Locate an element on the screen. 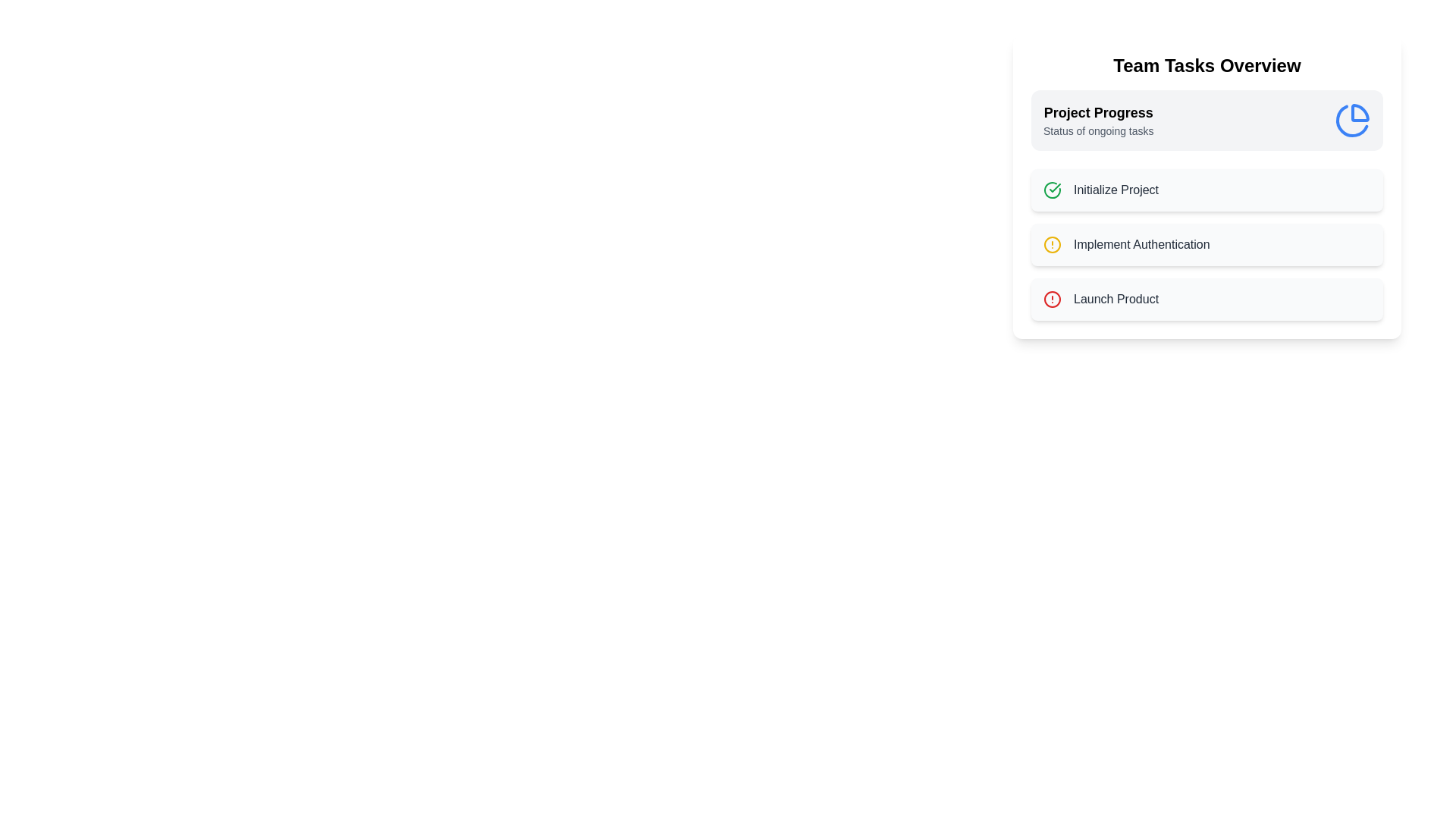 This screenshot has height=819, width=1456. the icon corresponding to Implement Authentication to view its tooltip is located at coordinates (1051, 244).